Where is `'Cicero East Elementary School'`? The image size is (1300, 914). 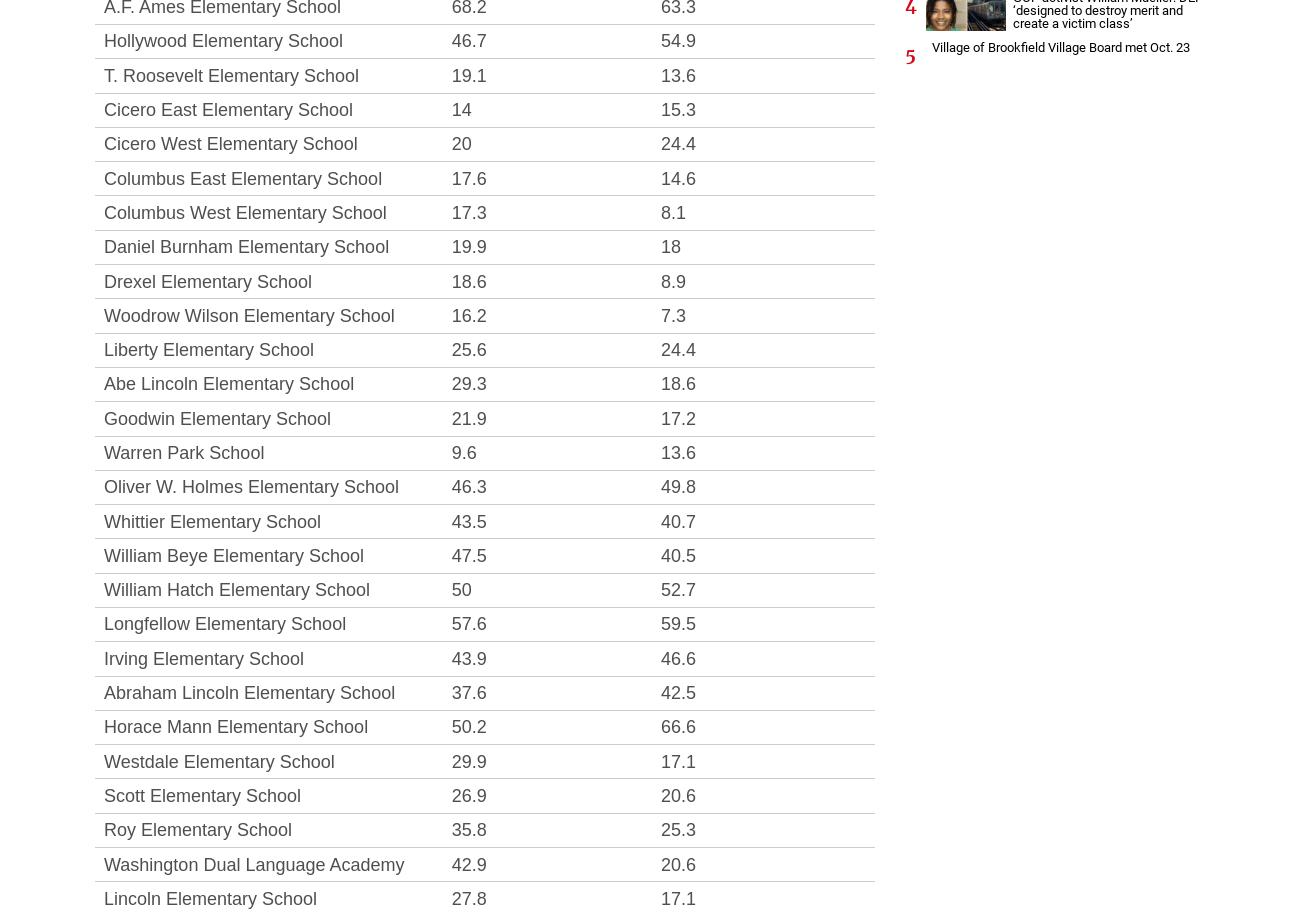 'Cicero East Elementary School' is located at coordinates (227, 110).